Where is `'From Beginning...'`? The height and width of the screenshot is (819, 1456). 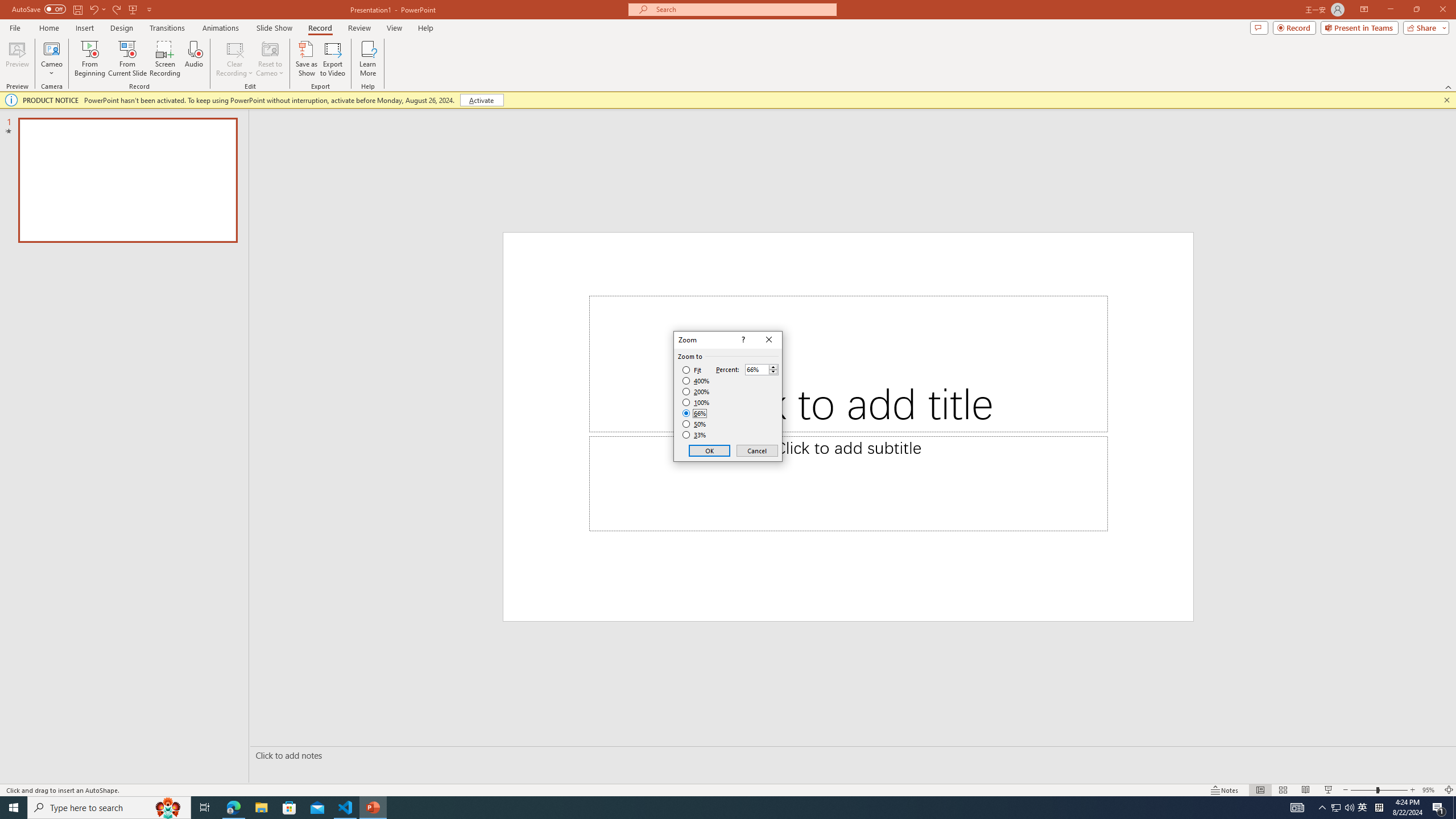 'From Beginning...' is located at coordinates (89, 59).